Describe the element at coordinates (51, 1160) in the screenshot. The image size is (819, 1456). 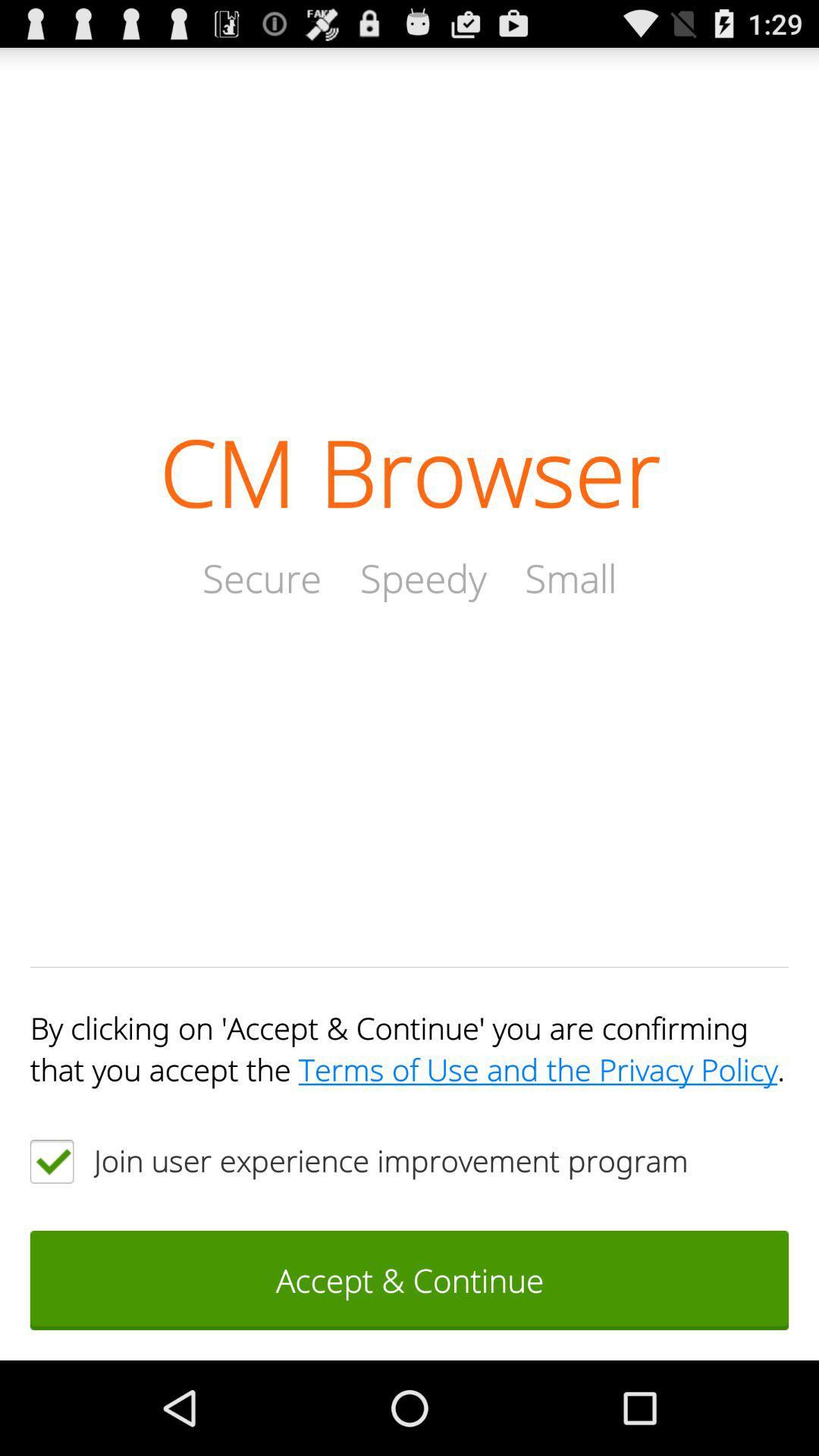
I see `item next to join user experience app` at that location.